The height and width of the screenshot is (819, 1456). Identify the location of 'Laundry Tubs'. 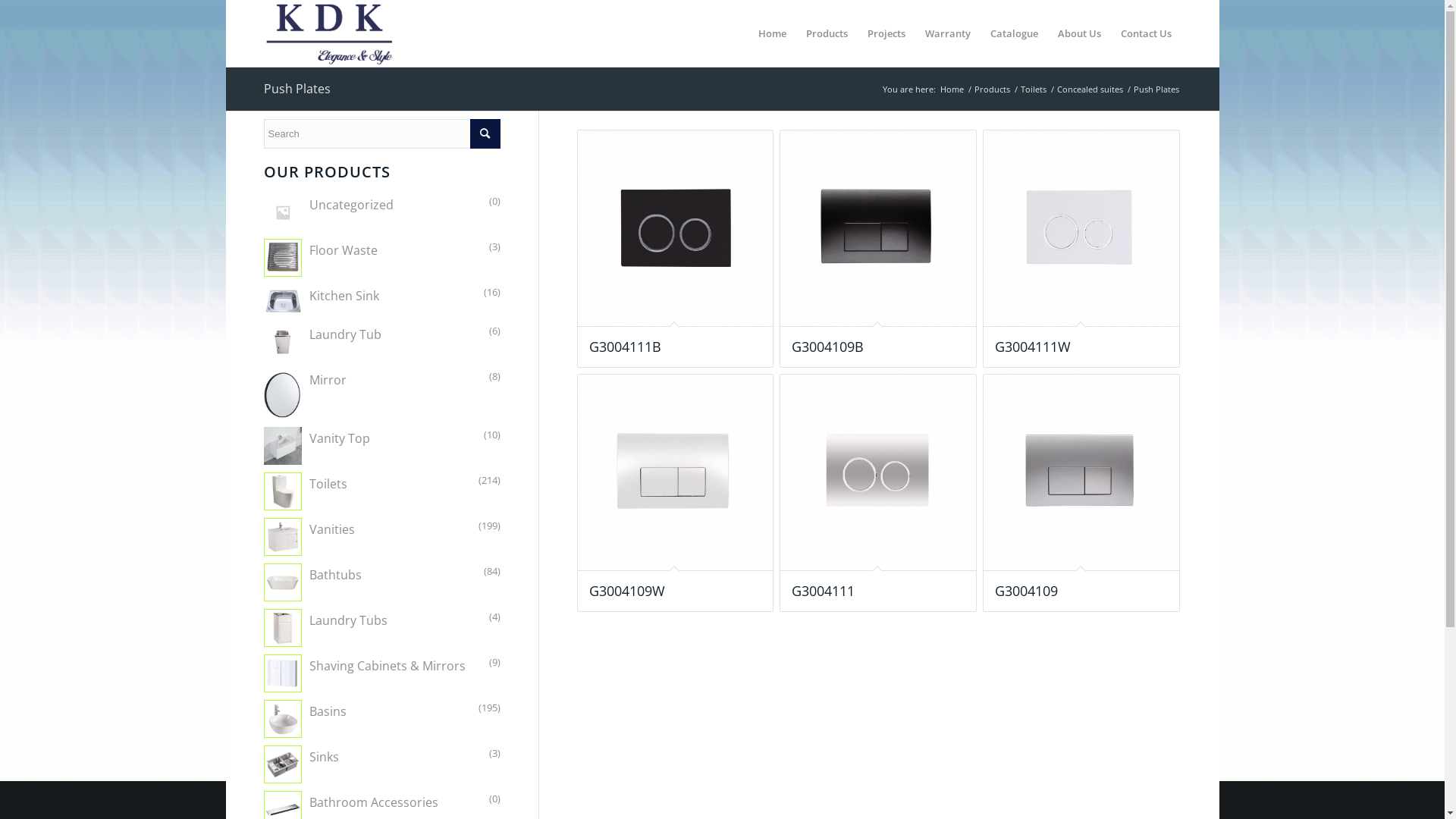
(283, 628).